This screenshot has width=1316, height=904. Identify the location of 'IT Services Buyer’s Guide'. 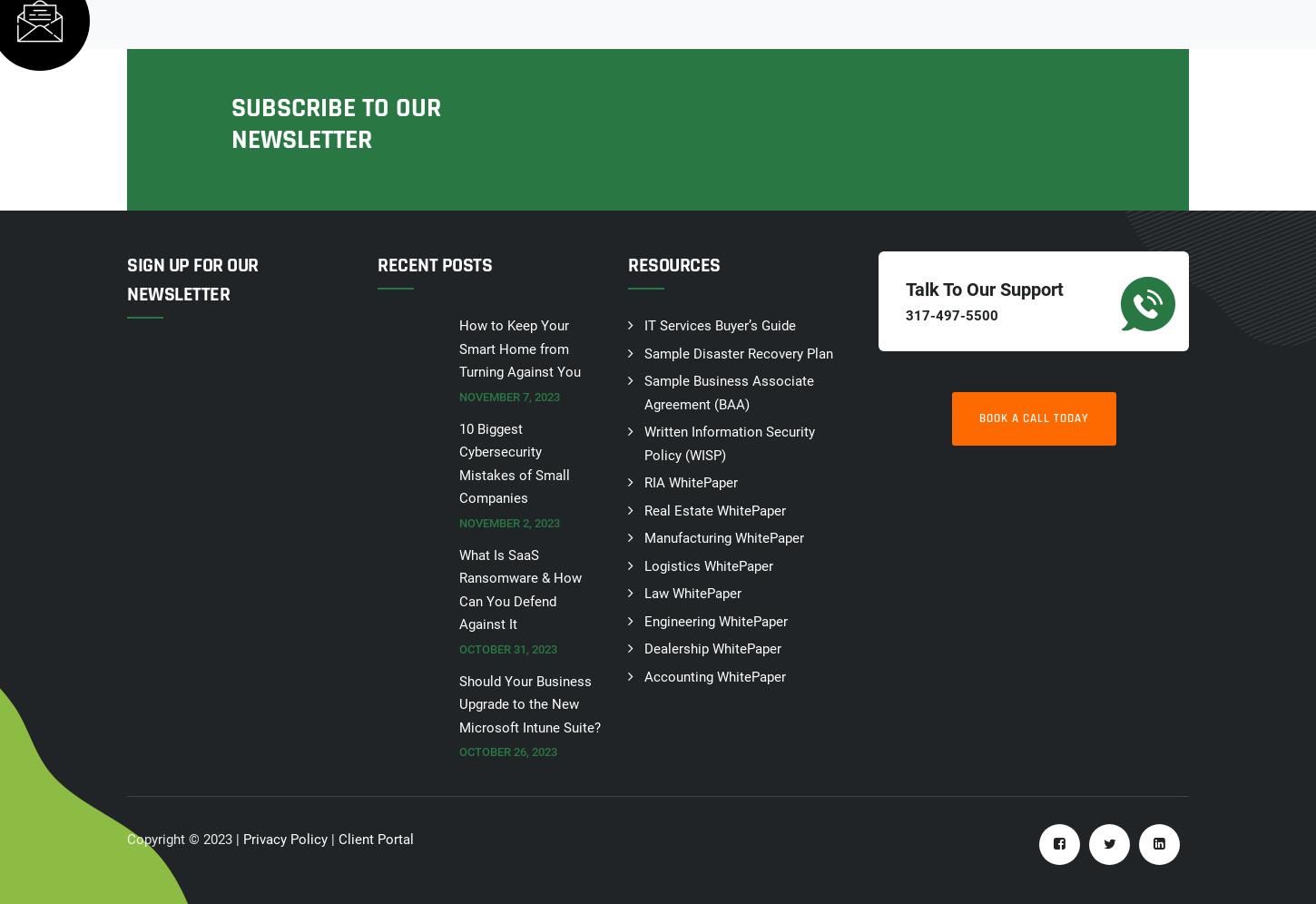
(643, 325).